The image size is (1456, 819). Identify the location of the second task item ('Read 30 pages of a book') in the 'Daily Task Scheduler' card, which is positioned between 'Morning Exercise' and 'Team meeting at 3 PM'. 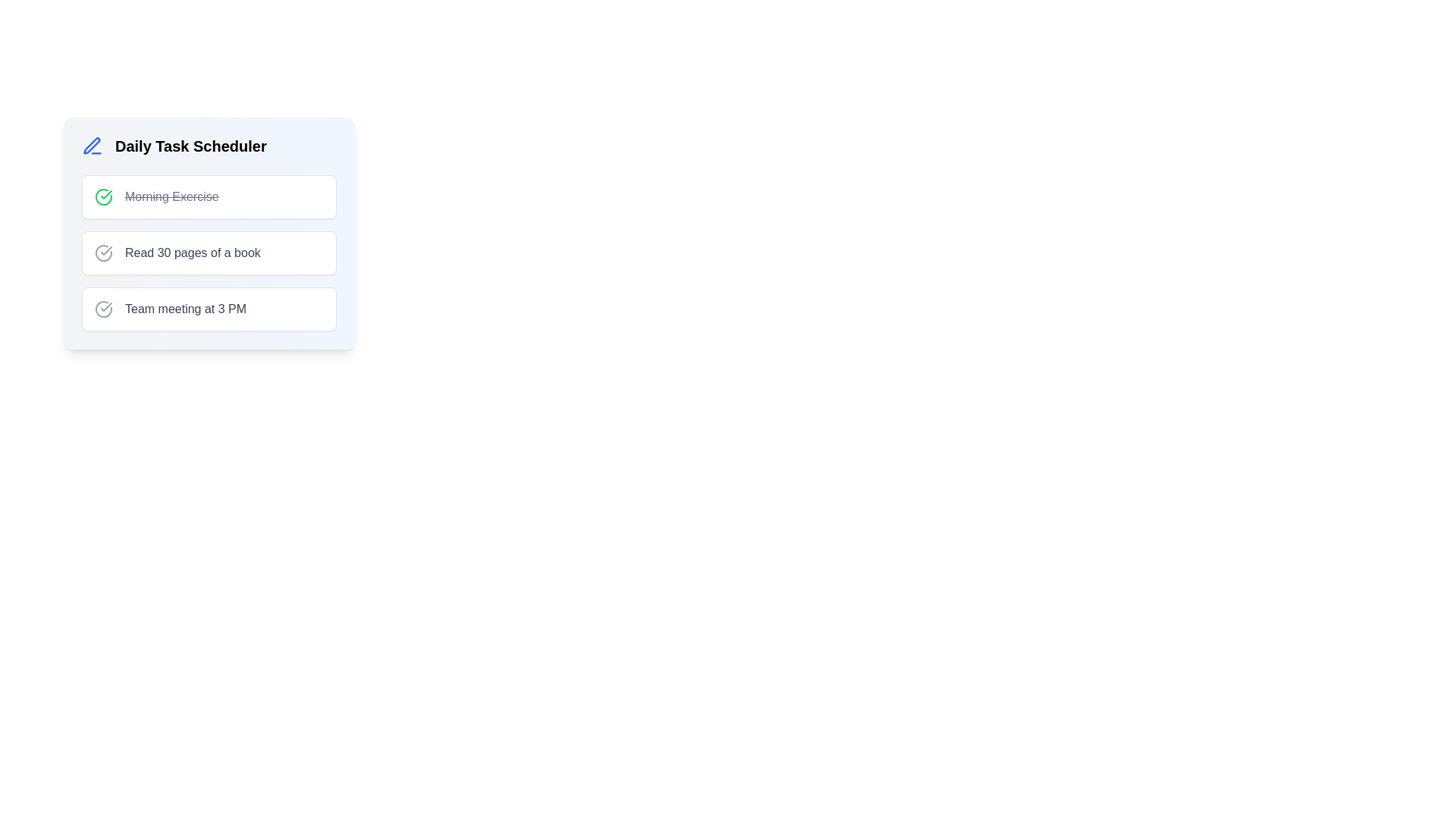
(208, 234).